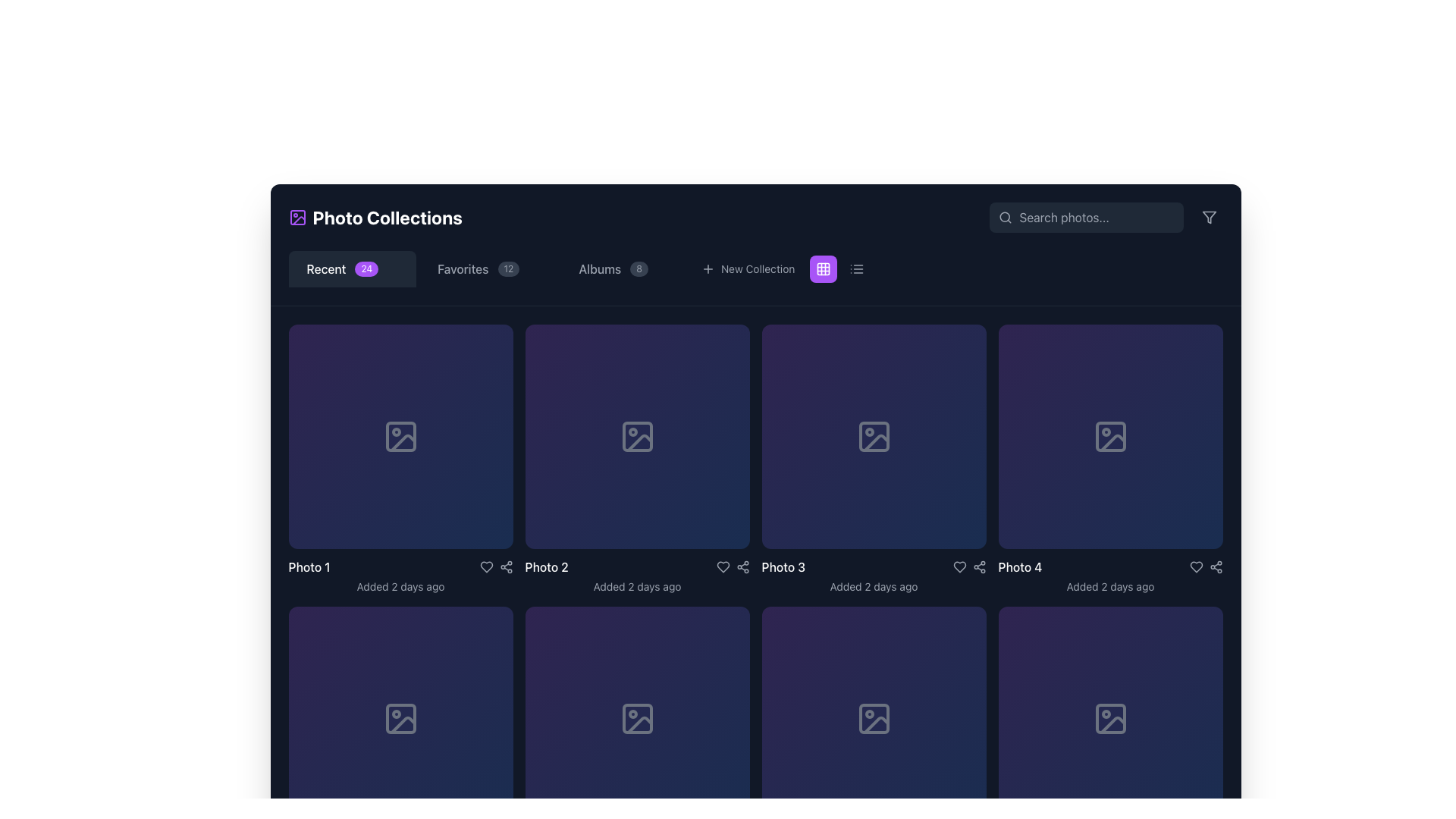 The height and width of the screenshot is (819, 1456). Describe the element at coordinates (297, 217) in the screenshot. I see `the first SVG shape element in the icon located in the top-left corner of the application's header next to the 'Photo Collections' text` at that location.